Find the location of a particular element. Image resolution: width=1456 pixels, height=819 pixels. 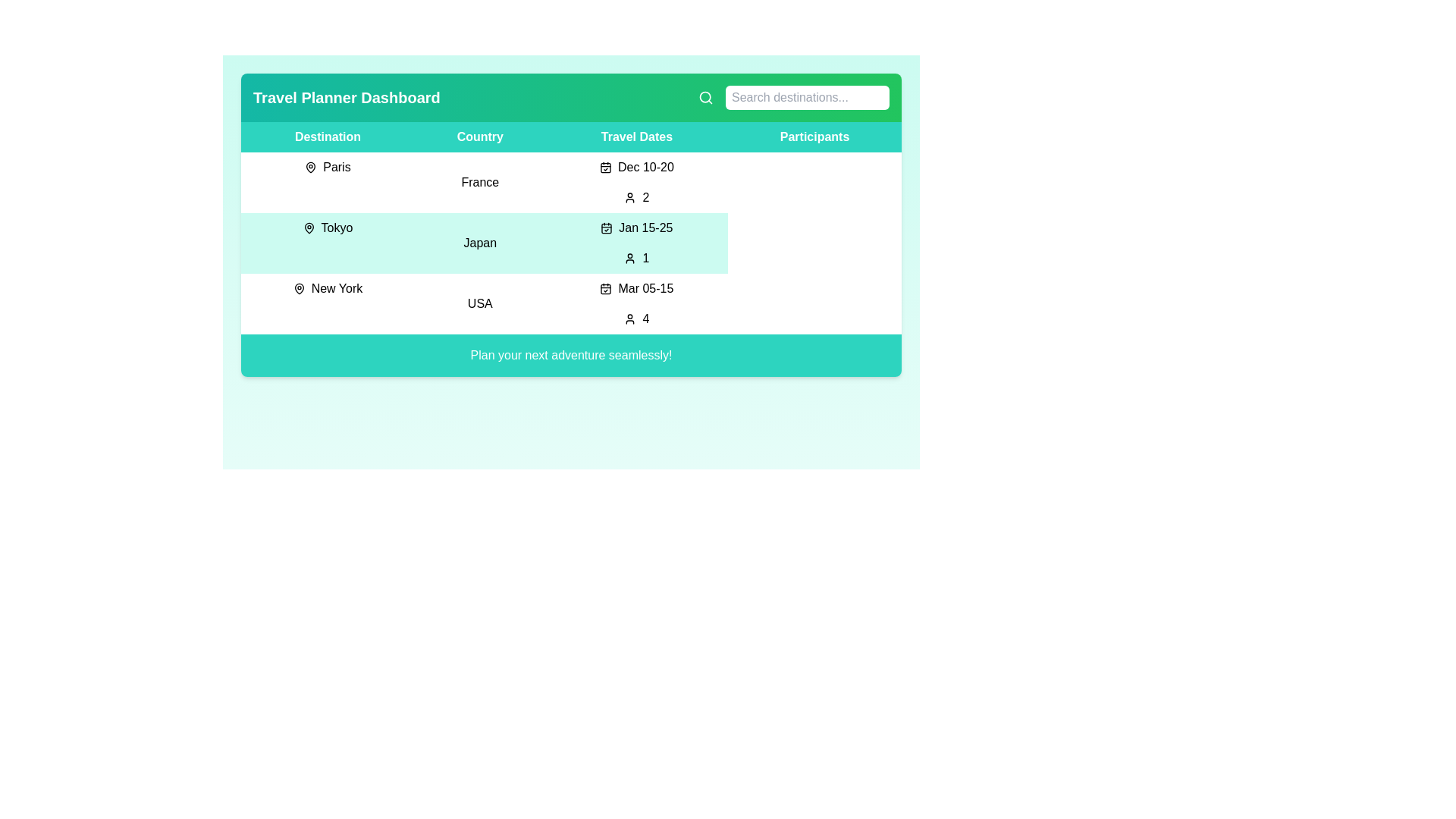

the label representing the destination 'New York' in the first column of the table, which is the third row under the header 'Destination' is located at coordinates (327, 289).